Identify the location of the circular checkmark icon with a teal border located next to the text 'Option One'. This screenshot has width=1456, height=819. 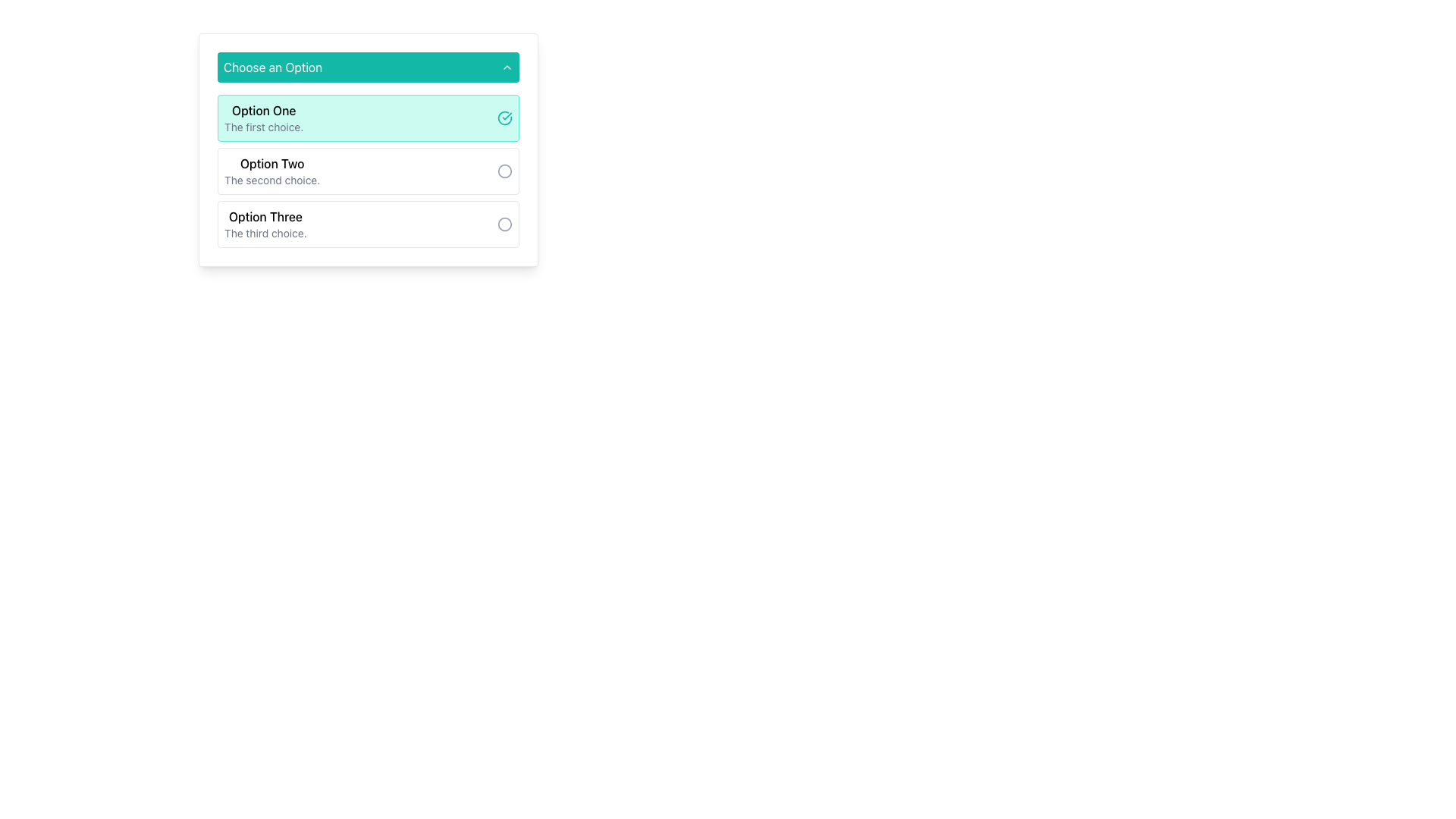
(505, 117).